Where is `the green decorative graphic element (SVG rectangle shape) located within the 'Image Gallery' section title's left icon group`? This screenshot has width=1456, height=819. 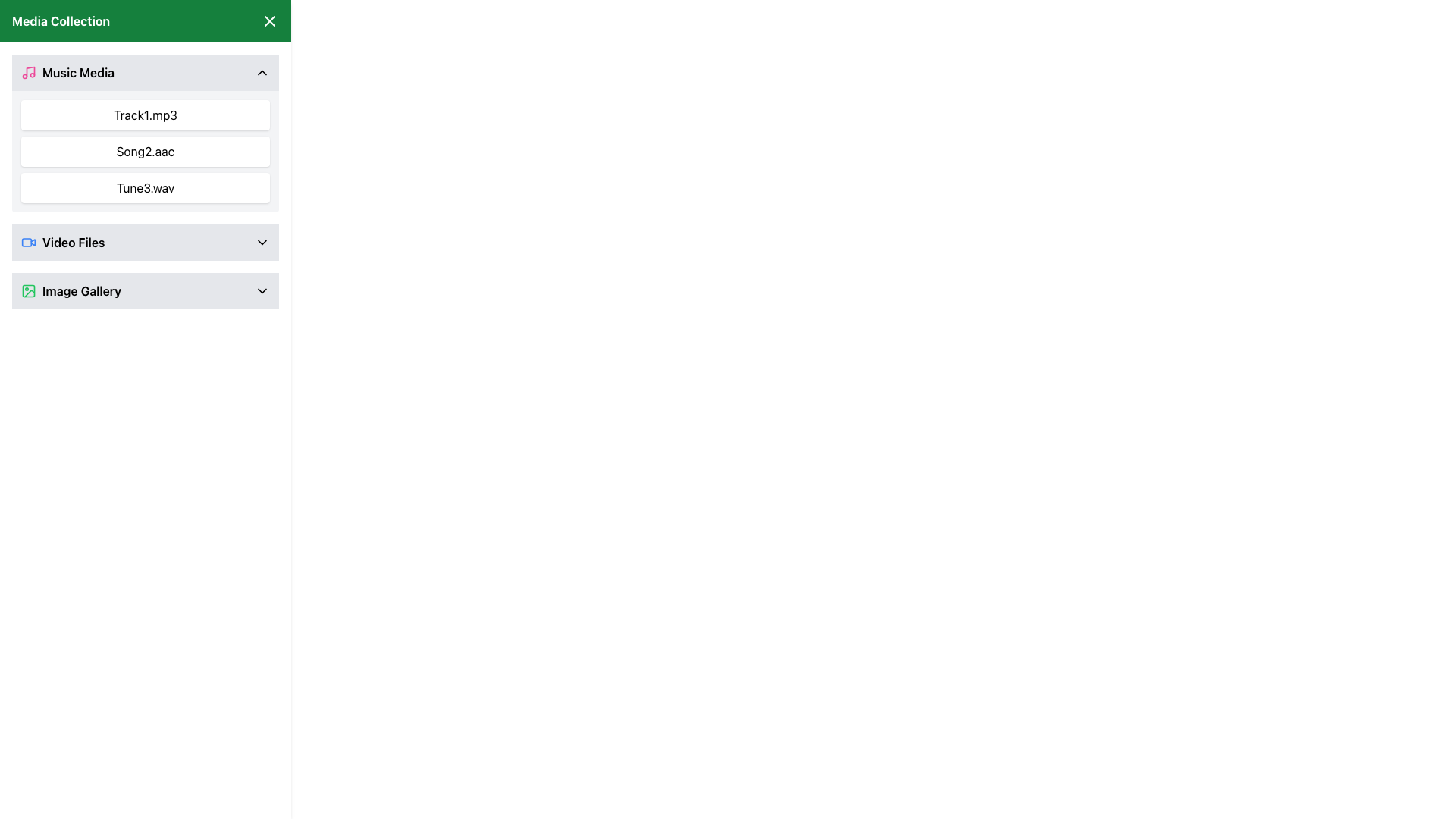 the green decorative graphic element (SVG rectangle shape) located within the 'Image Gallery' section title's left icon group is located at coordinates (29, 291).